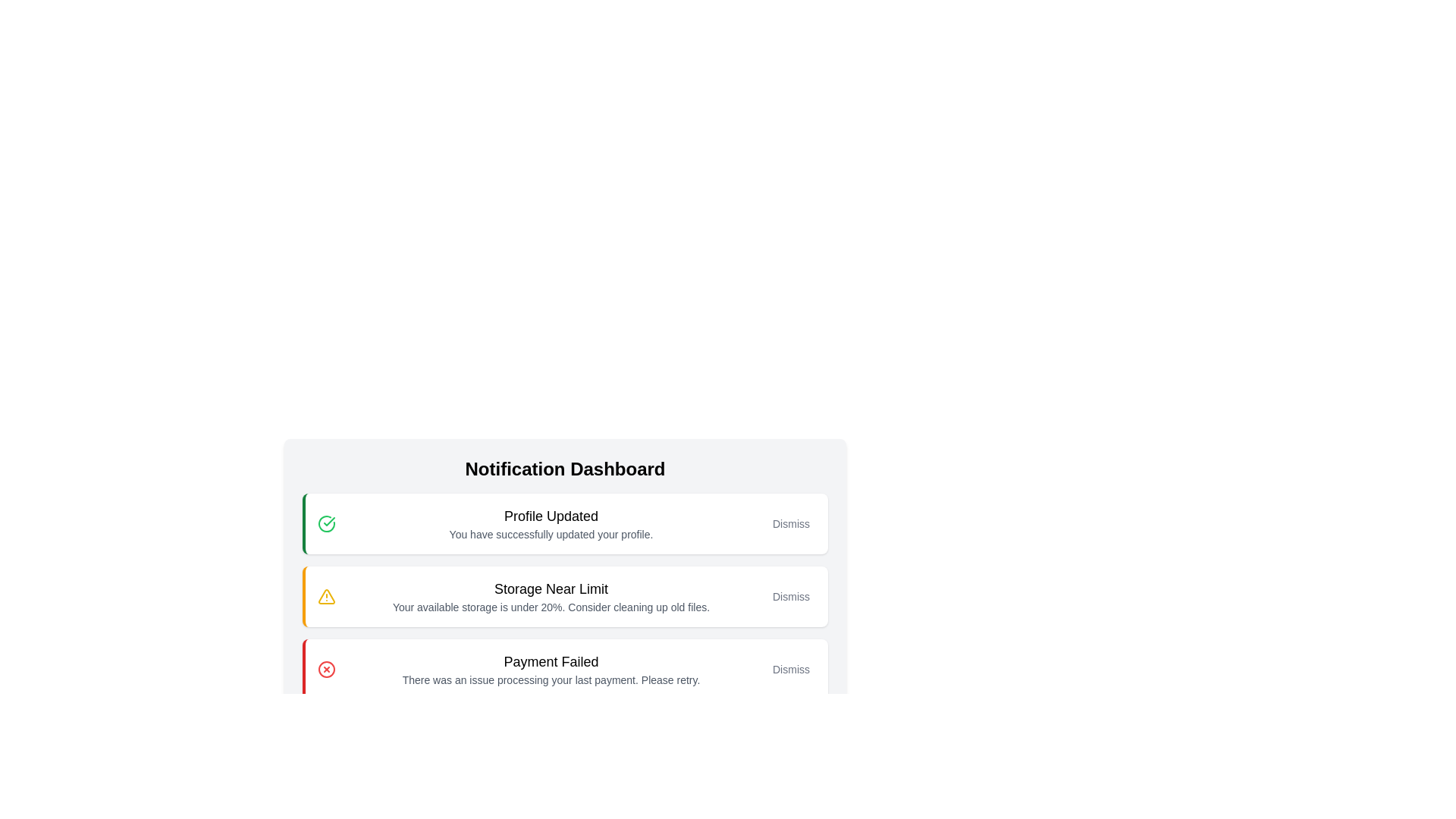 This screenshot has width=1456, height=819. I want to click on the 'Profile Updated' text label element, which is displayed in a larger and bold font style within the notification card indicating a successful profile update, so click(550, 516).